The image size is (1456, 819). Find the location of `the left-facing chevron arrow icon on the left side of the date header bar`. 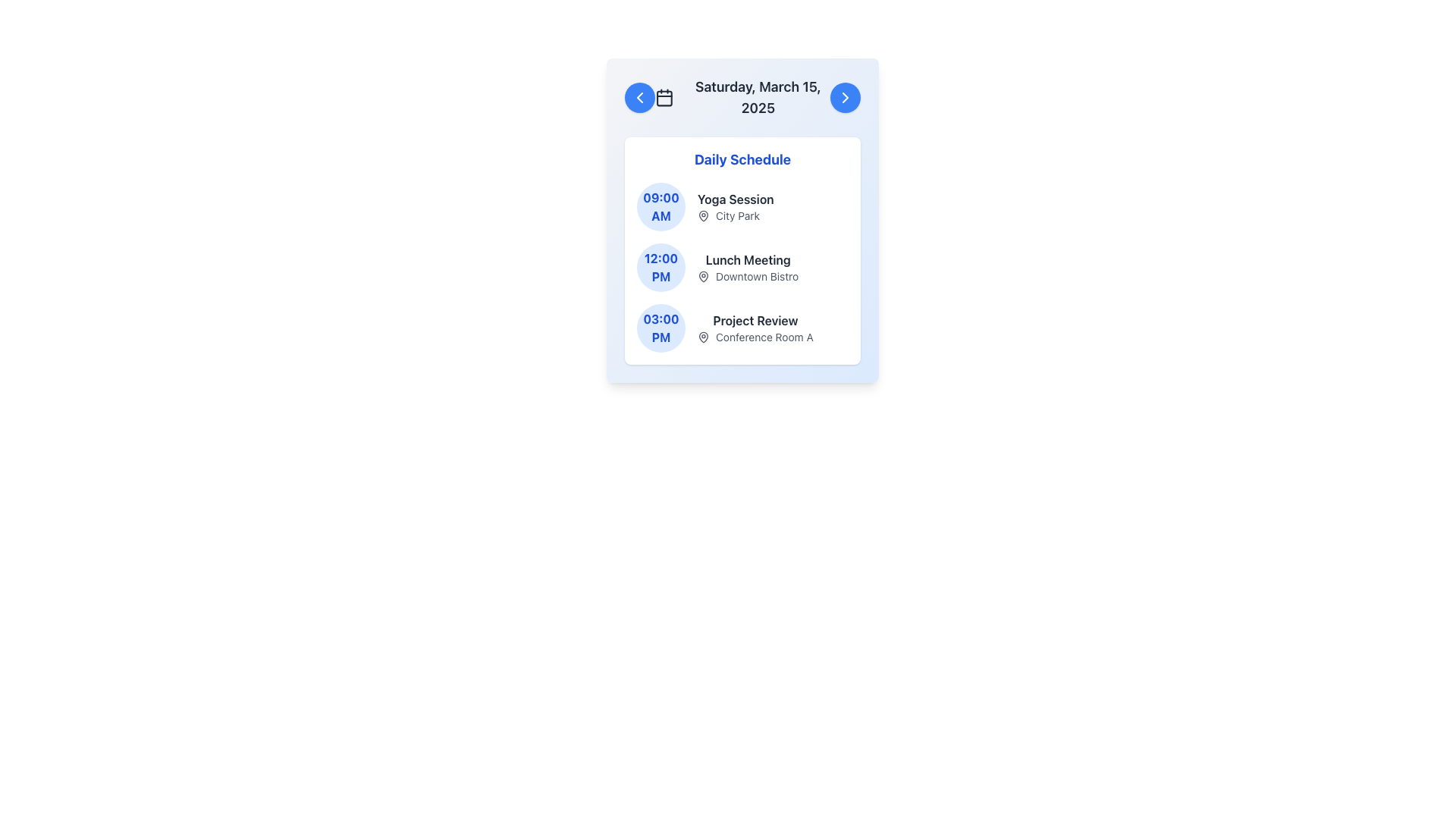

the left-facing chevron arrow icon on the left side of the date header bar is located at coordinates (640, 97).